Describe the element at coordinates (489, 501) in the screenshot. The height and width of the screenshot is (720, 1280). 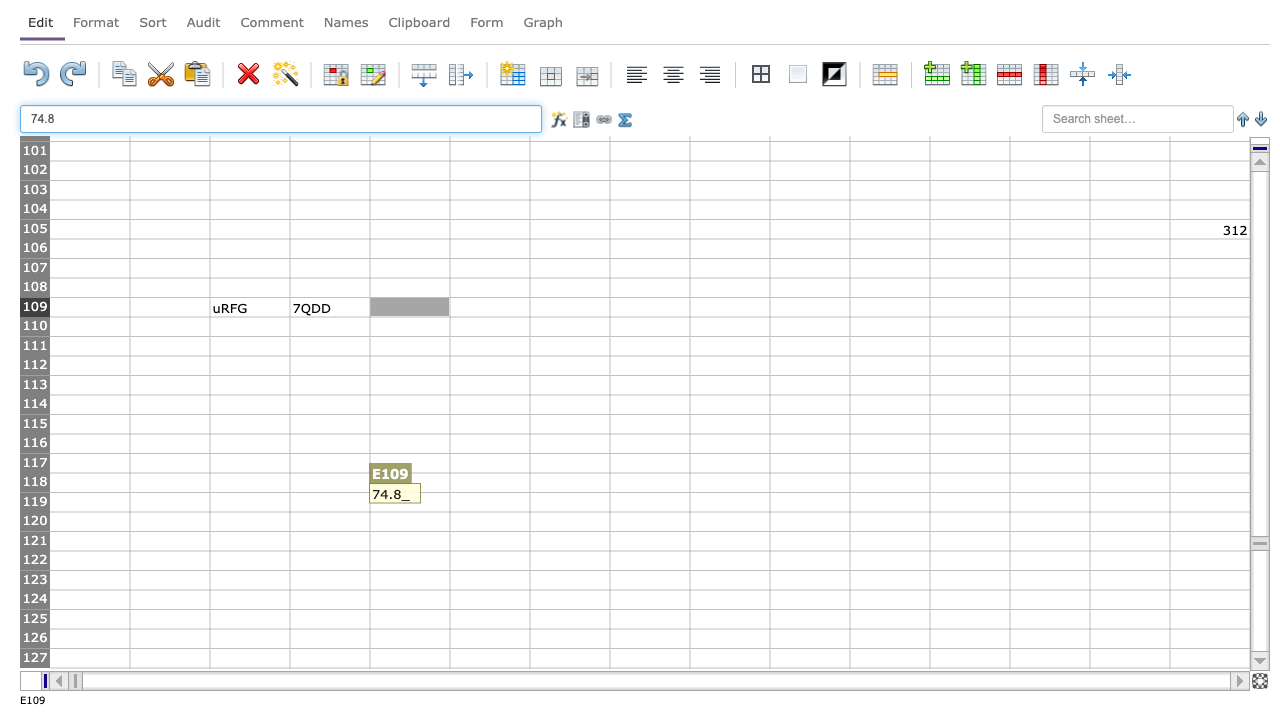
I see `F119` at that location.